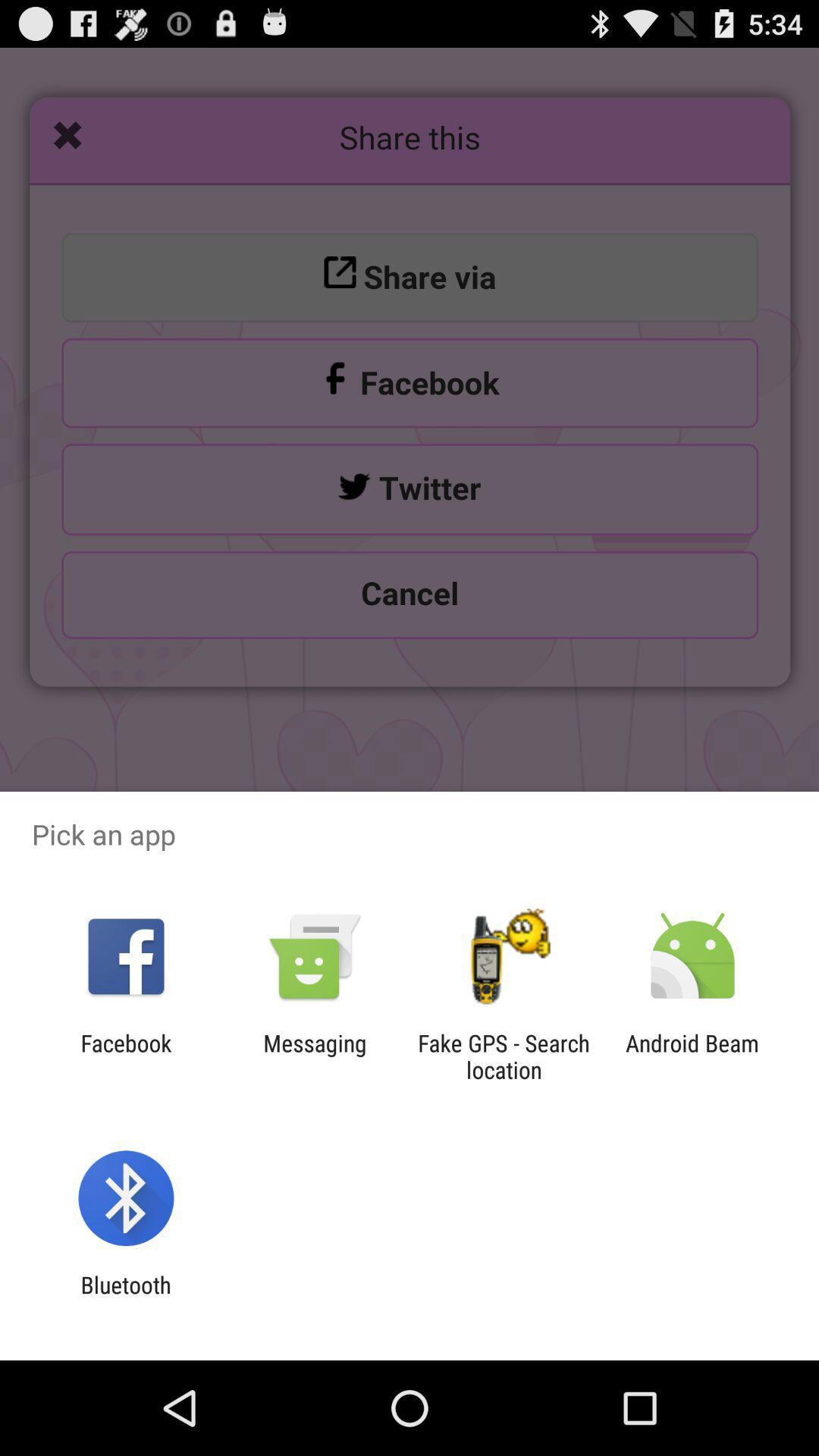 The width and height of the screenshot is (819, 1456). I want to click on fake gps search item, so click(504, 1056).